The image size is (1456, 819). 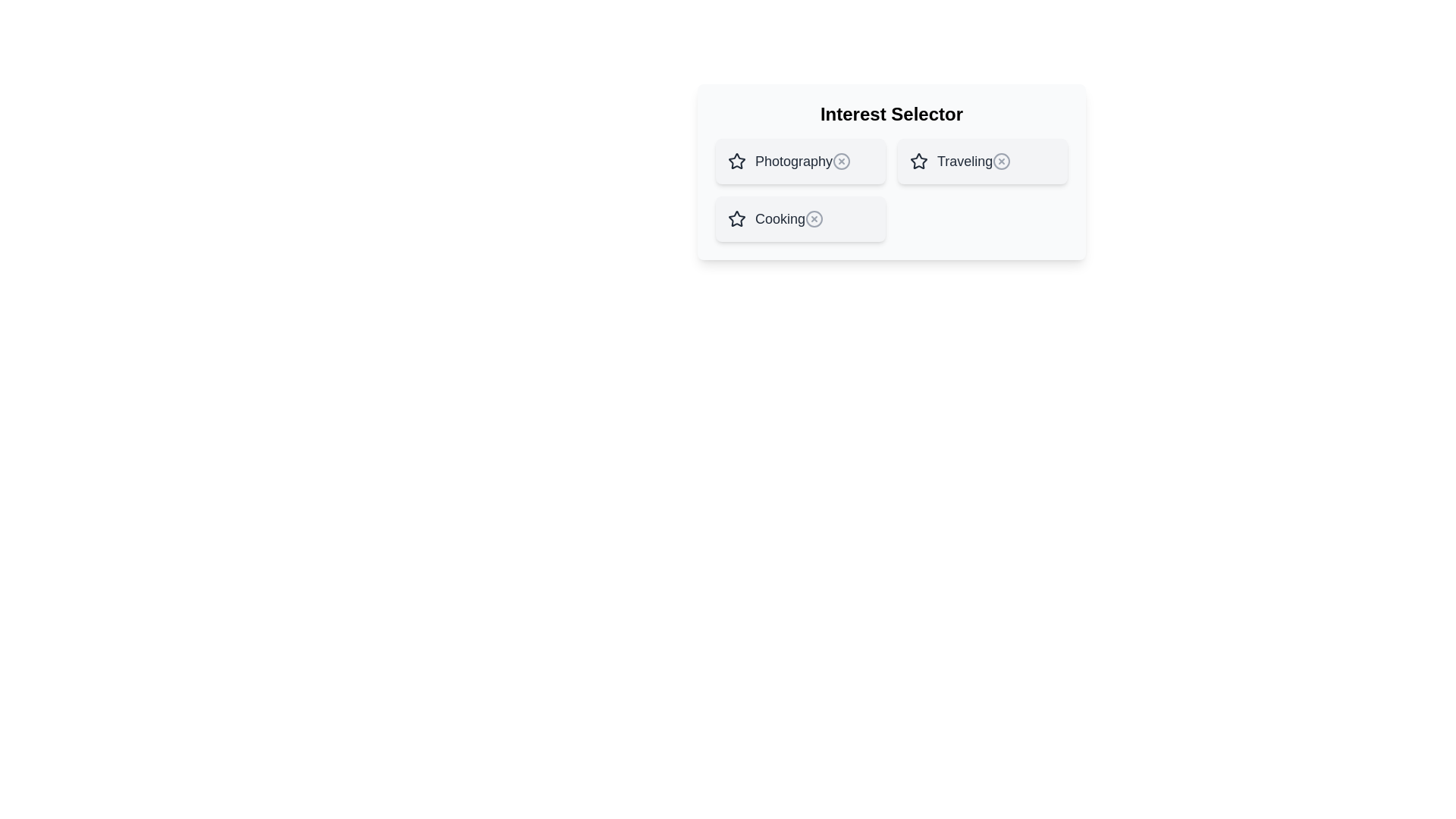 What do you see at coordinates (800, 161) in the screenshot?
I see `the item named Photography to observe its hover effect` at bounding box center [800, 161].